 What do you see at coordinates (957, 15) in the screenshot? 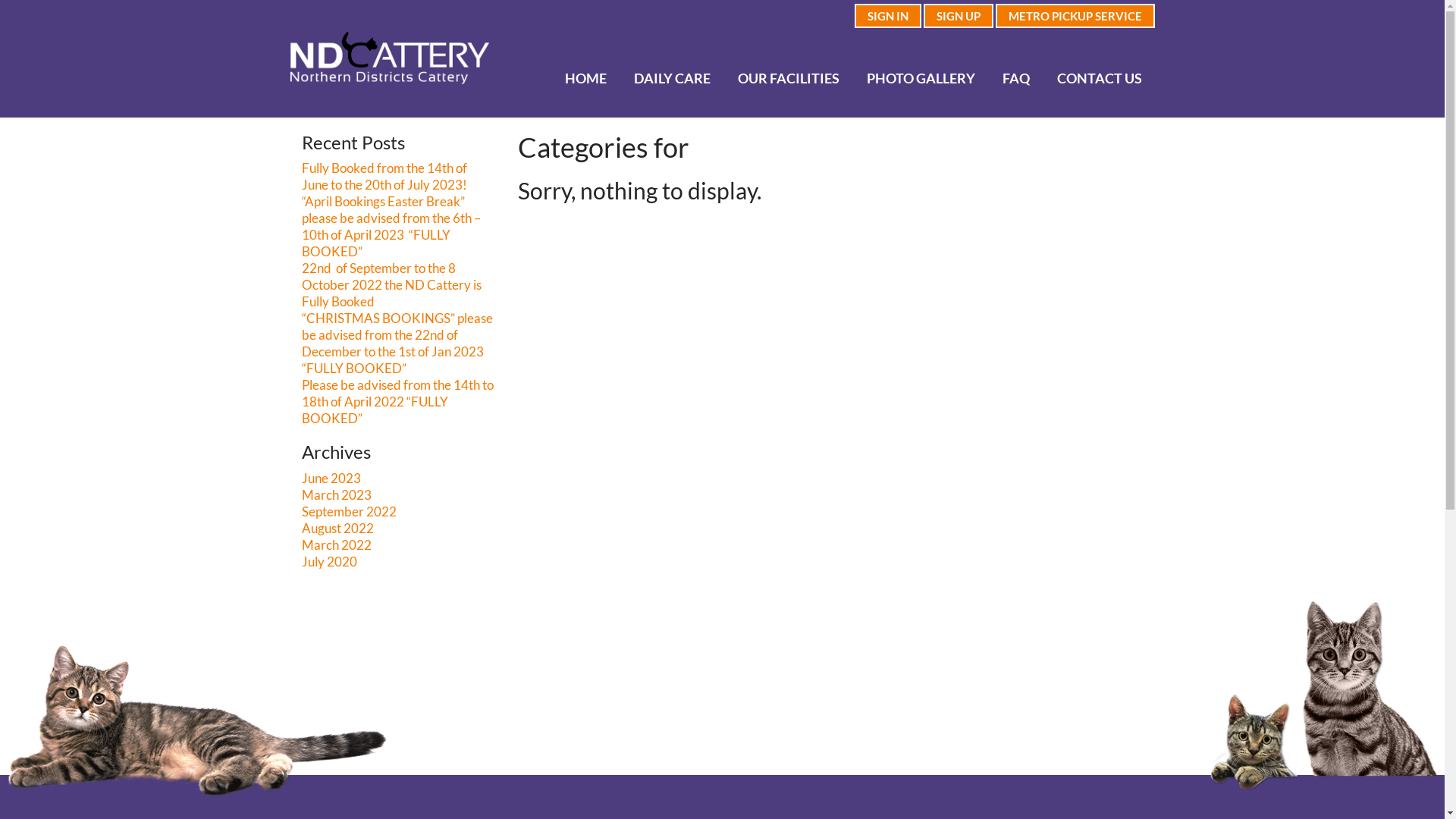
I see `'SIGN UP'` at bounding box center [957, 15].